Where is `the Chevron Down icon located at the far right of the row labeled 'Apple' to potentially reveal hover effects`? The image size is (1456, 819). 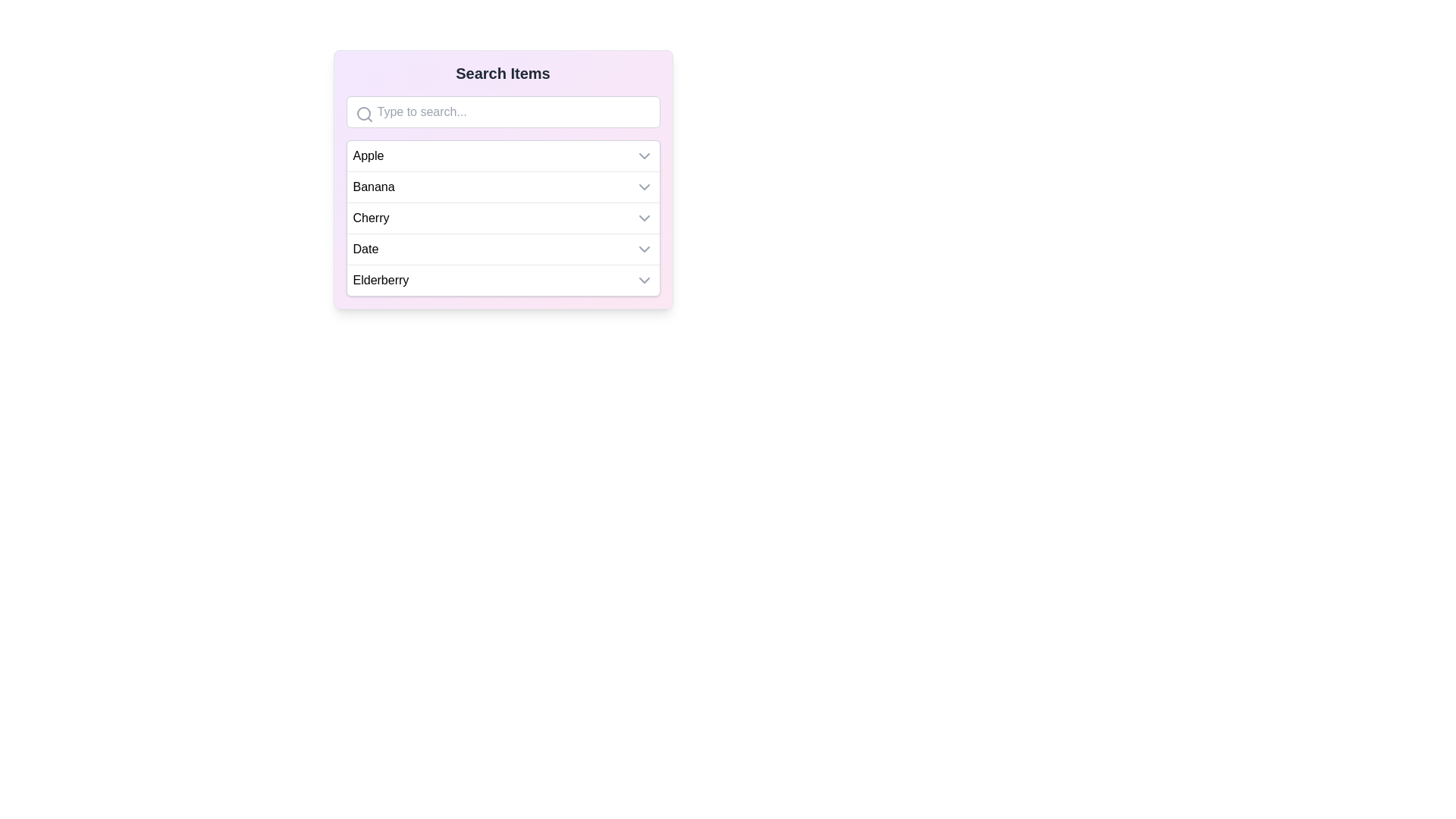
the Chevron Down icon located at the far right of the row labeled 'Apple' to potentially reveal hover effects is located at coordinates (644, 155).